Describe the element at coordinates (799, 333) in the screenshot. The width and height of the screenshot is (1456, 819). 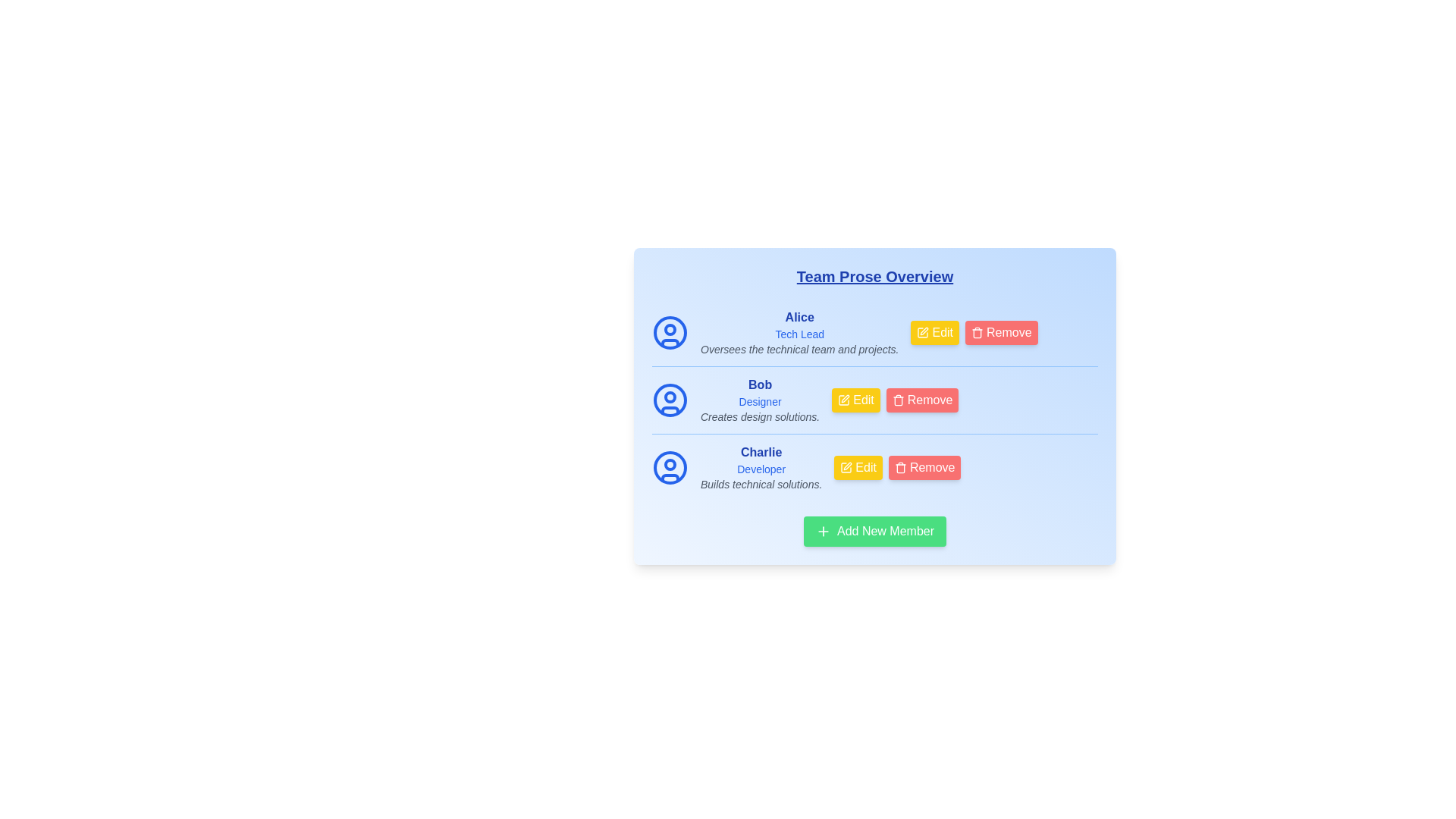
I see `the text label displaying 'Tech Lead' in a small-sized blue font, positioned below 'Alice' and above the job description in the team member listing` at that location.